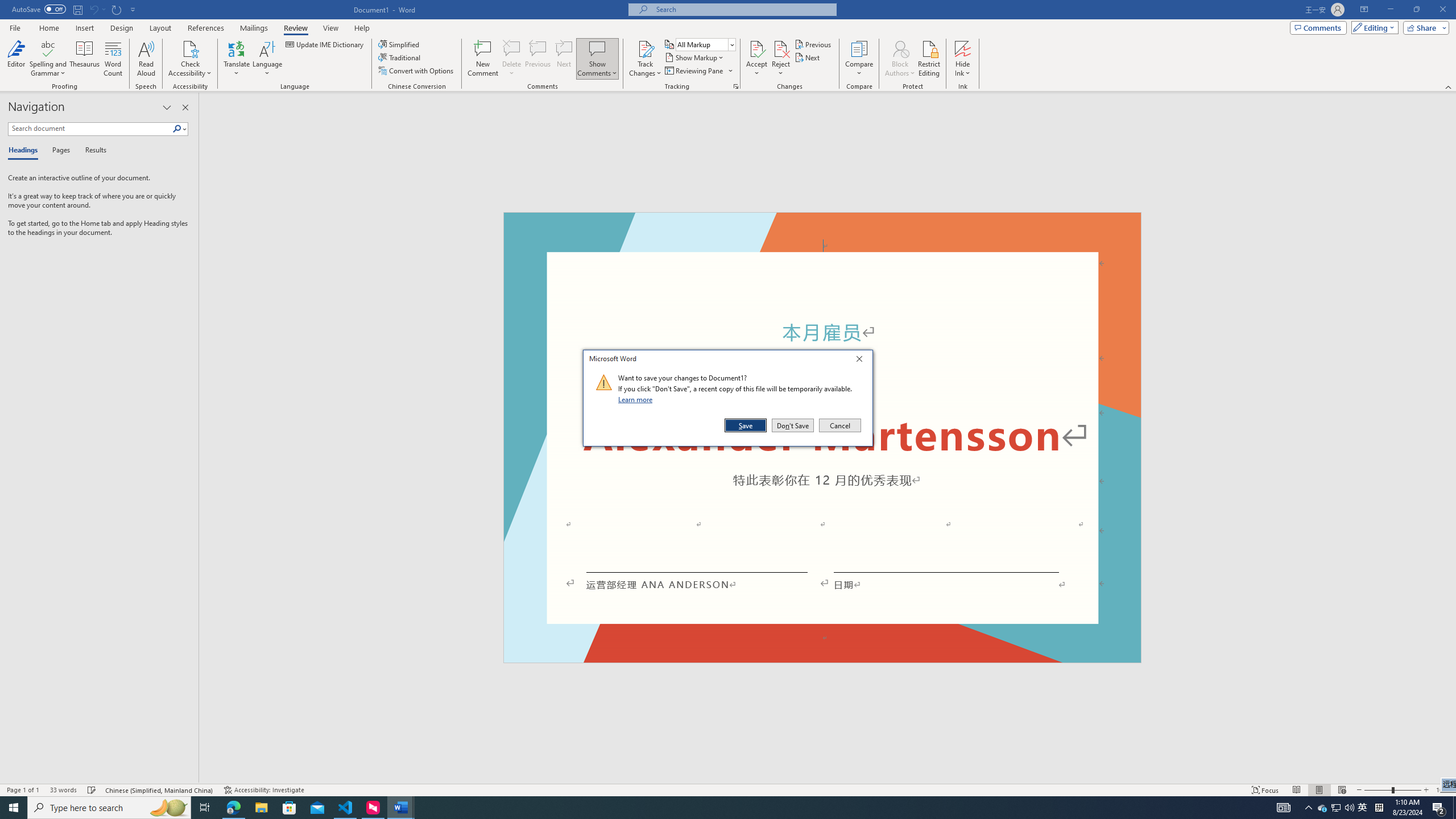  I want to click on 'Change Tracking Options...', so click(735, 85).